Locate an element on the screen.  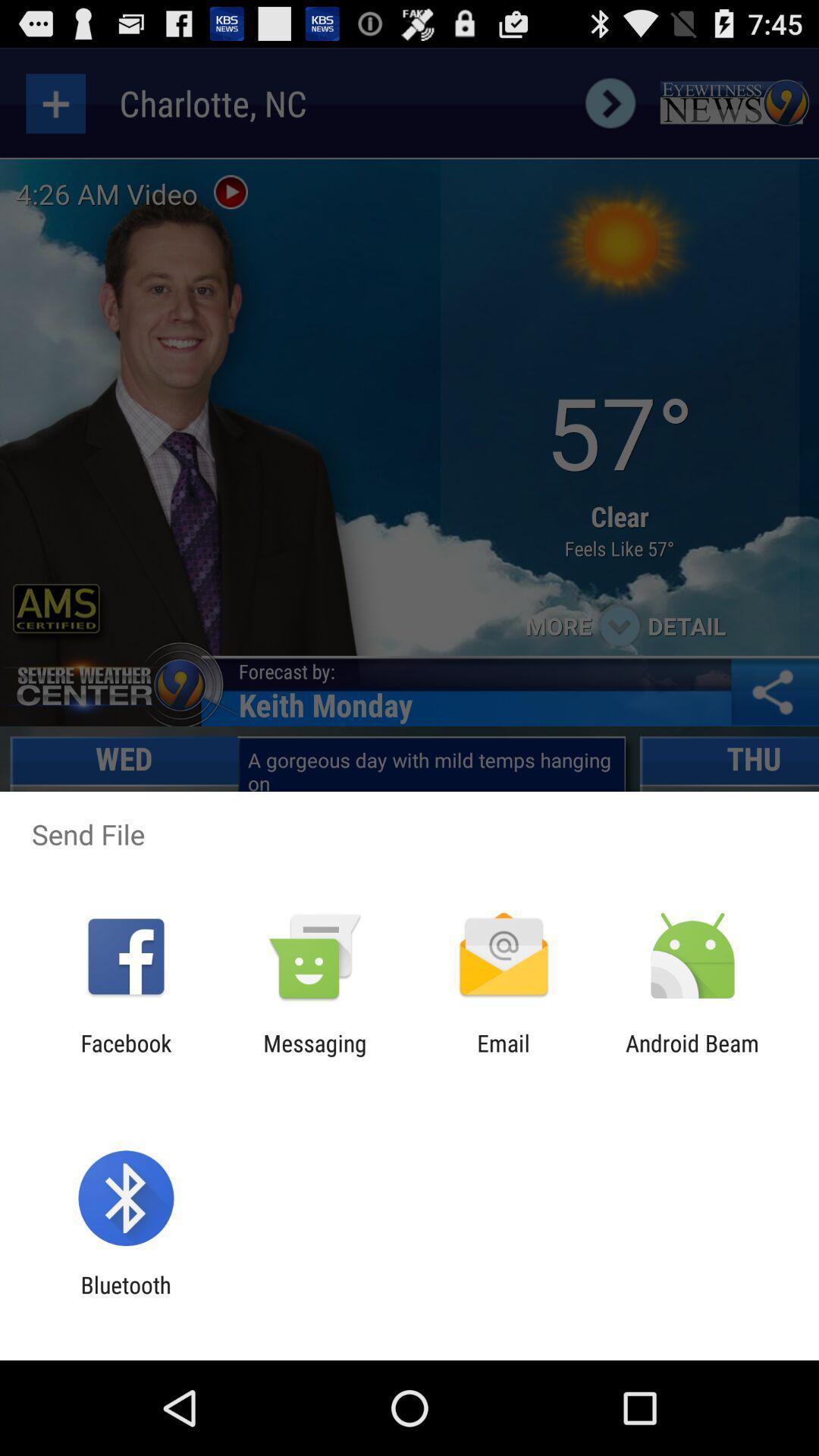
icon to the left of email item is located at coordinates (314, 1056).